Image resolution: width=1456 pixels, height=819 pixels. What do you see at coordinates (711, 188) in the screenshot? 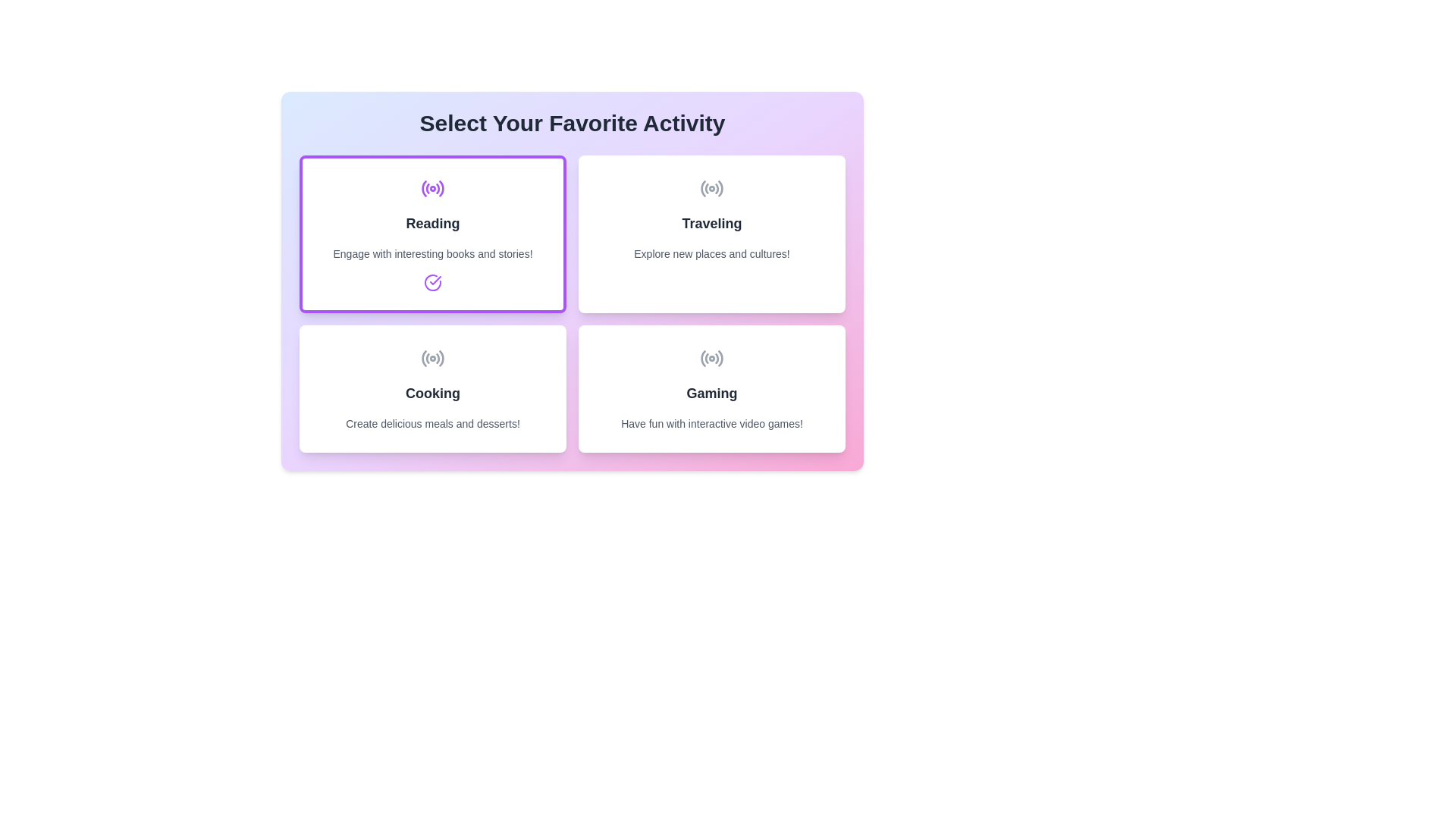
I see `the small circular radio signal icon with concentric arcs, located in the top-right area of the 'Traveling' card, above the bold 'Traveling' label` at bounding box center [711, 188].